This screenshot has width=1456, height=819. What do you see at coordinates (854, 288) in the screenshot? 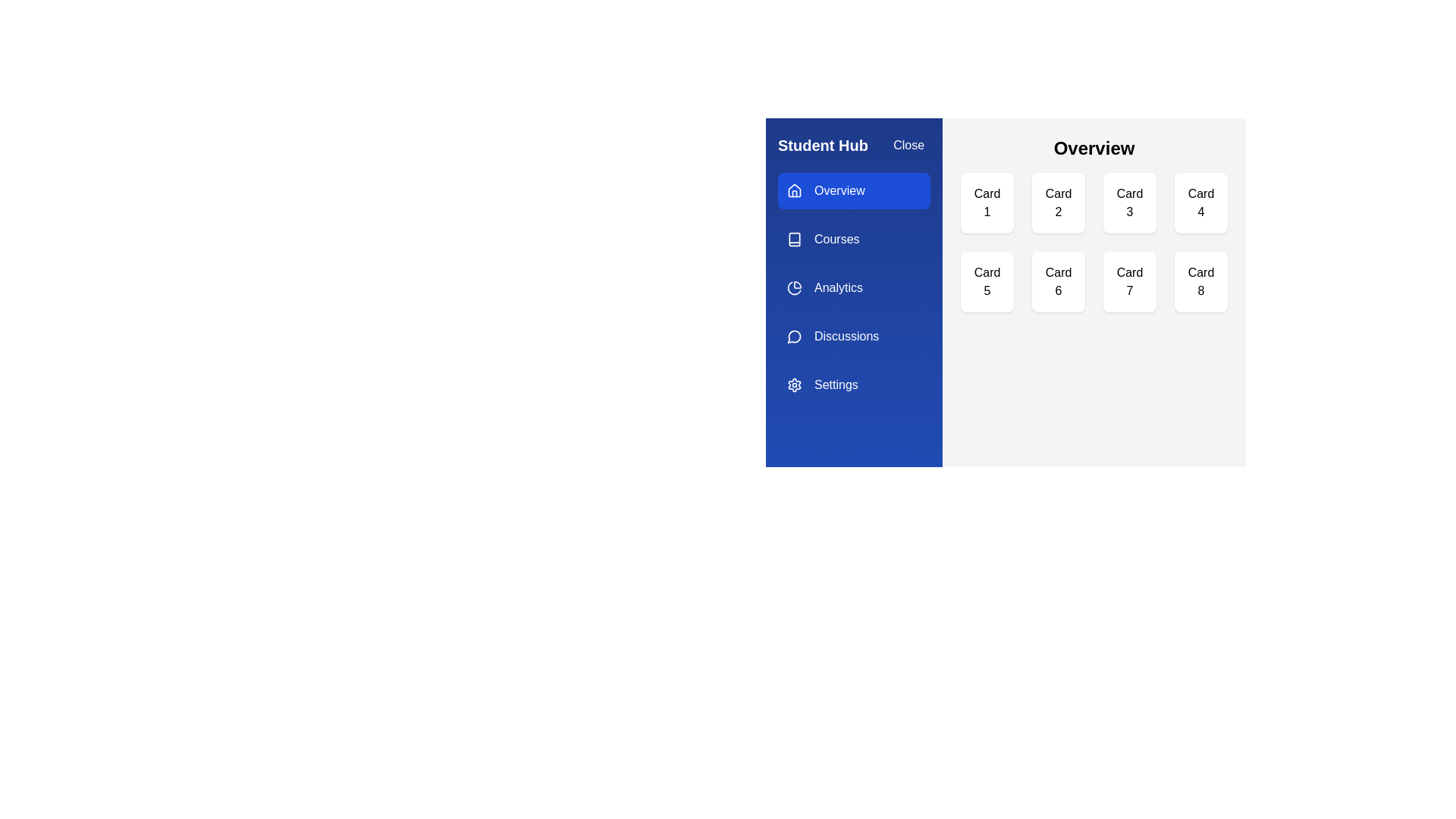
I see `the tab labeled Analytics to navigate to it` at bounding box center [854, 288].